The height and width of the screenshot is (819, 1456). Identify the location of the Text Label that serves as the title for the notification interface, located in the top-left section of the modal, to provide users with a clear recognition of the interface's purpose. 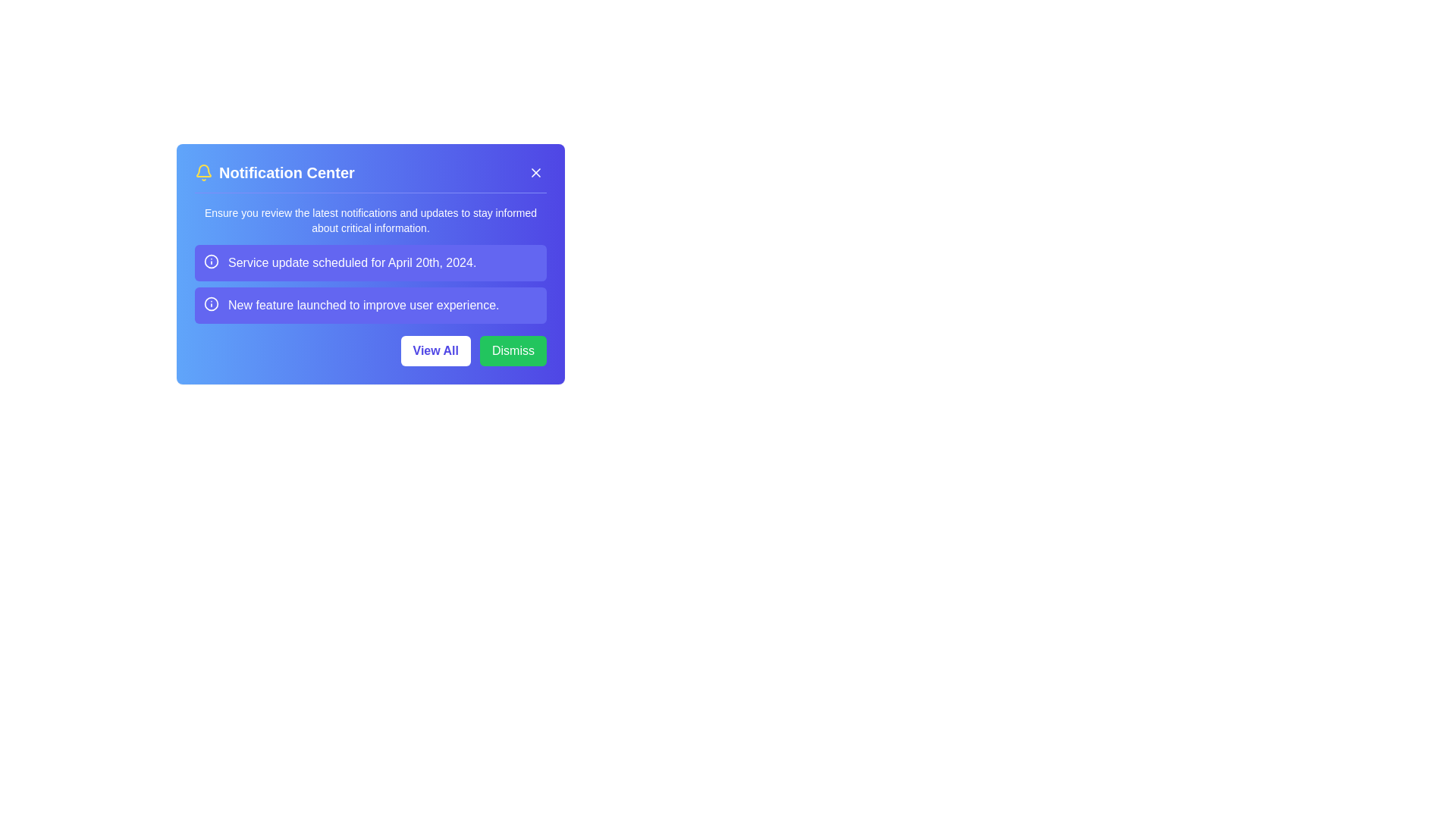
(287, 171).